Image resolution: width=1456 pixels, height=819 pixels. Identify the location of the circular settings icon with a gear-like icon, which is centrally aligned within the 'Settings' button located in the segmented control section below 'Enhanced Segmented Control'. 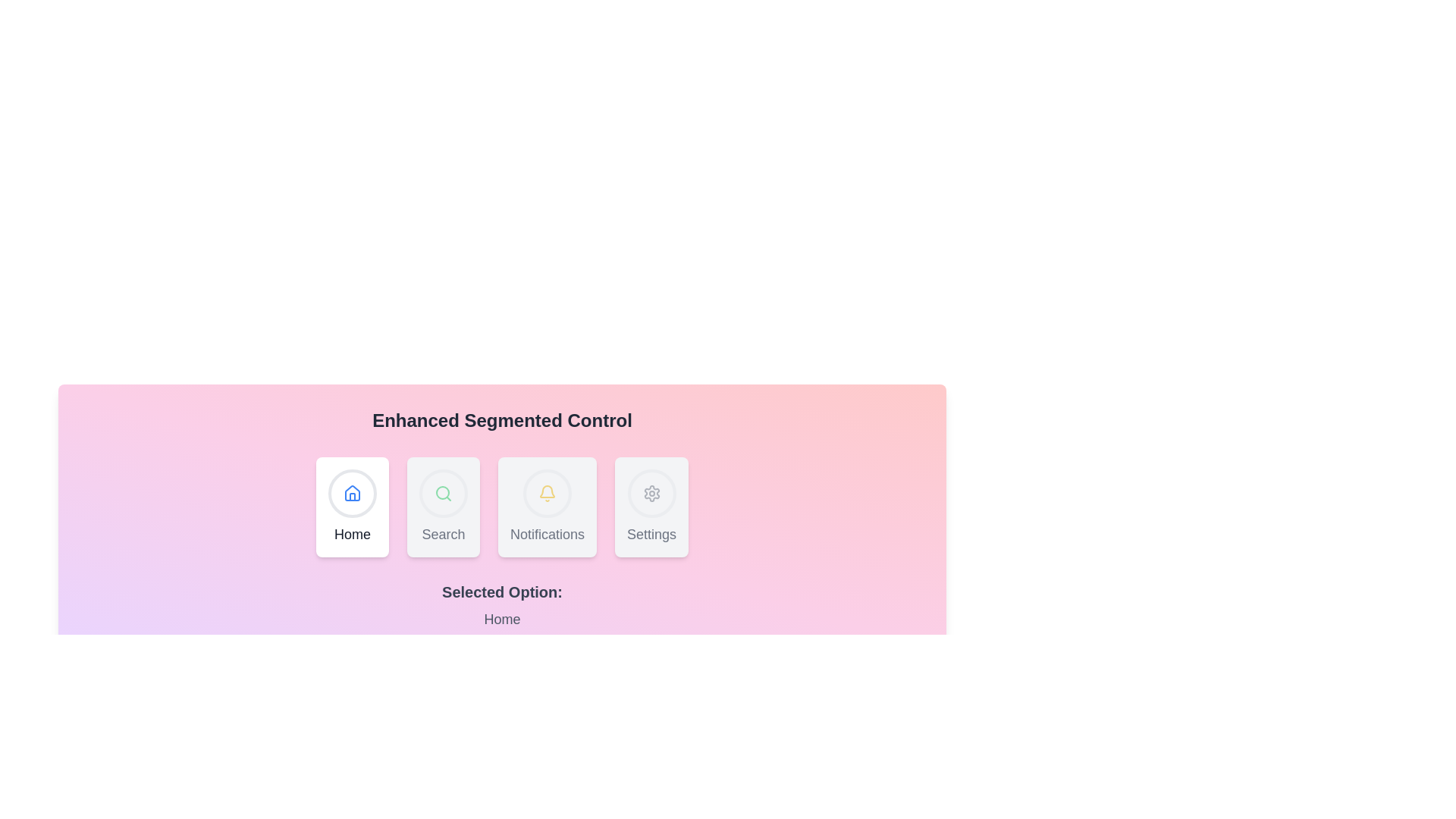
(651, 494).